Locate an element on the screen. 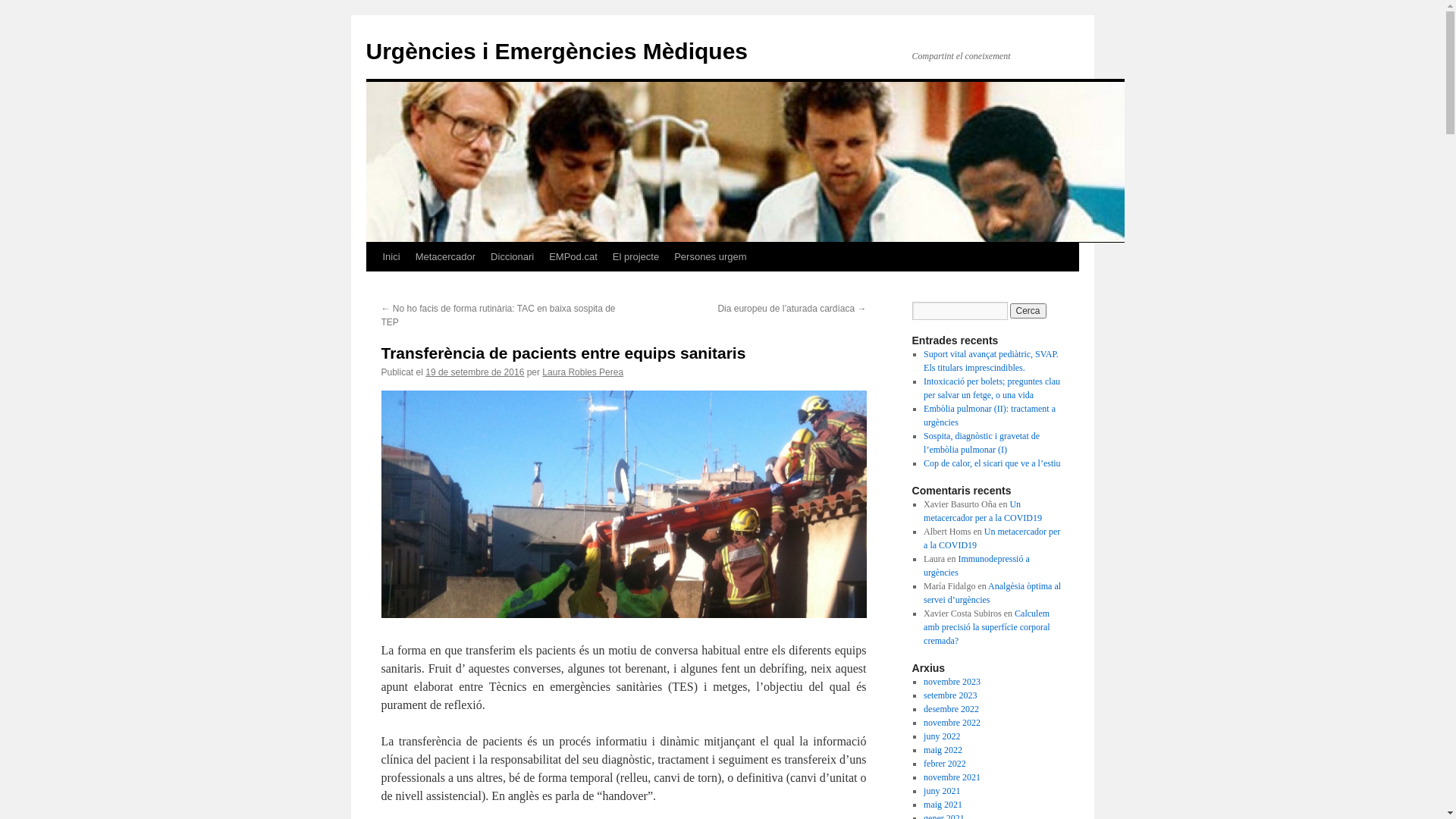 The height and width of the screenshot is (819, 1456). 'Un metacercador per a la COVID19' is located at coordinates (983, 511).